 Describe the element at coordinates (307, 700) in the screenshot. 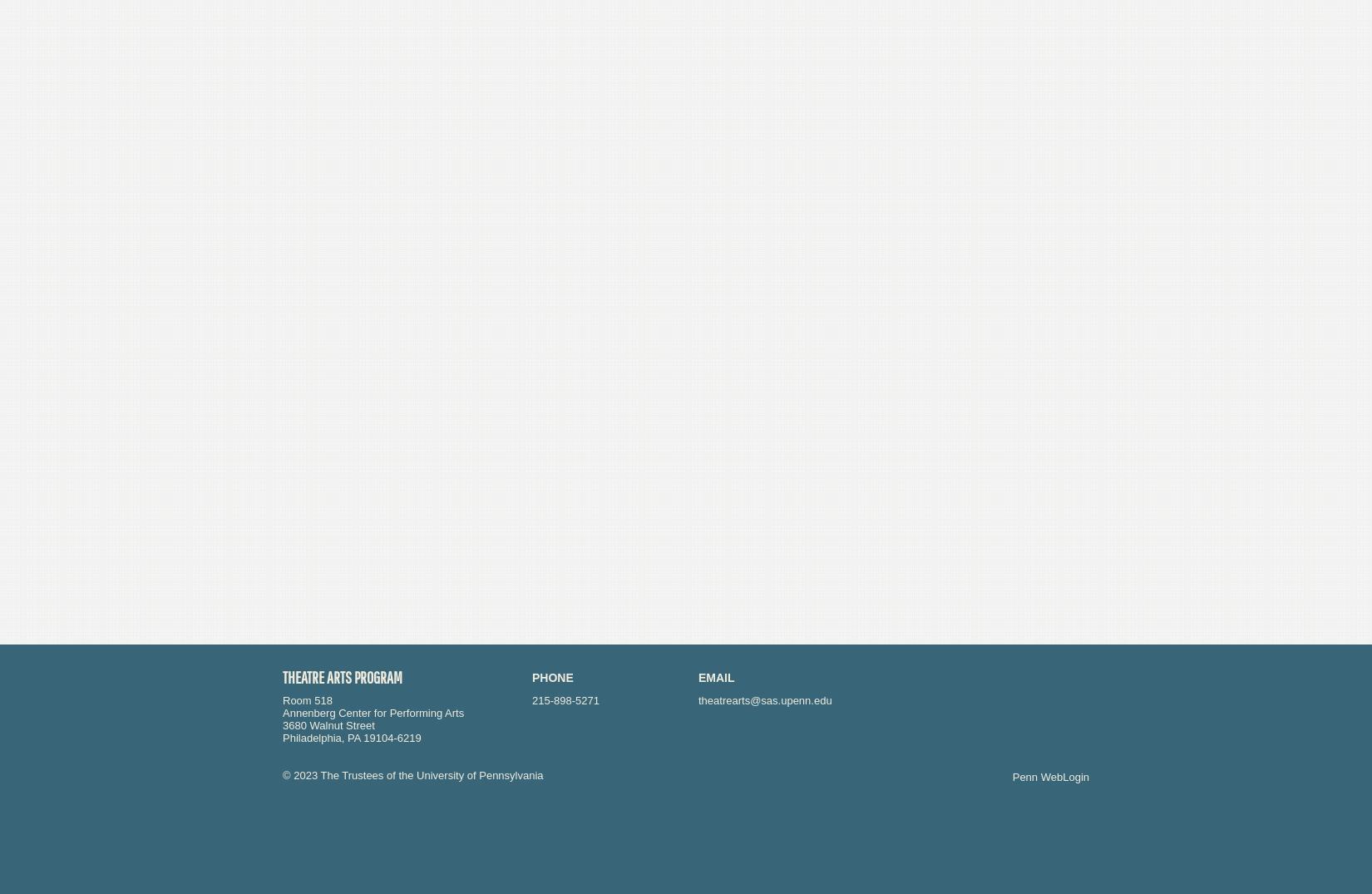

I see `'Room 518'` at that location.